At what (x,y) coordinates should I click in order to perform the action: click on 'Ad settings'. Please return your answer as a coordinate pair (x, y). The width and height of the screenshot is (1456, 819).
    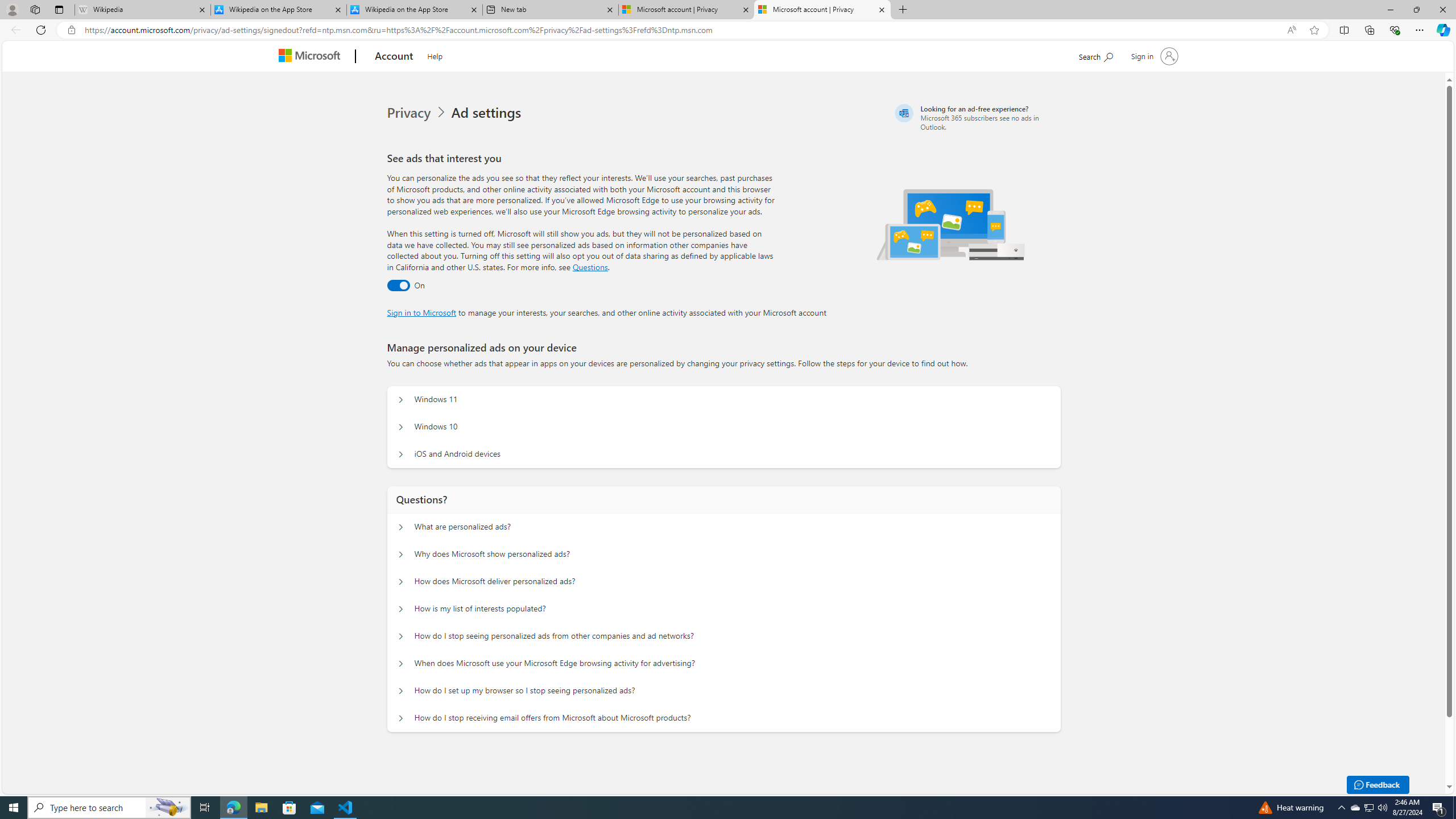
    Looking at the image, I should click on (487, 113).